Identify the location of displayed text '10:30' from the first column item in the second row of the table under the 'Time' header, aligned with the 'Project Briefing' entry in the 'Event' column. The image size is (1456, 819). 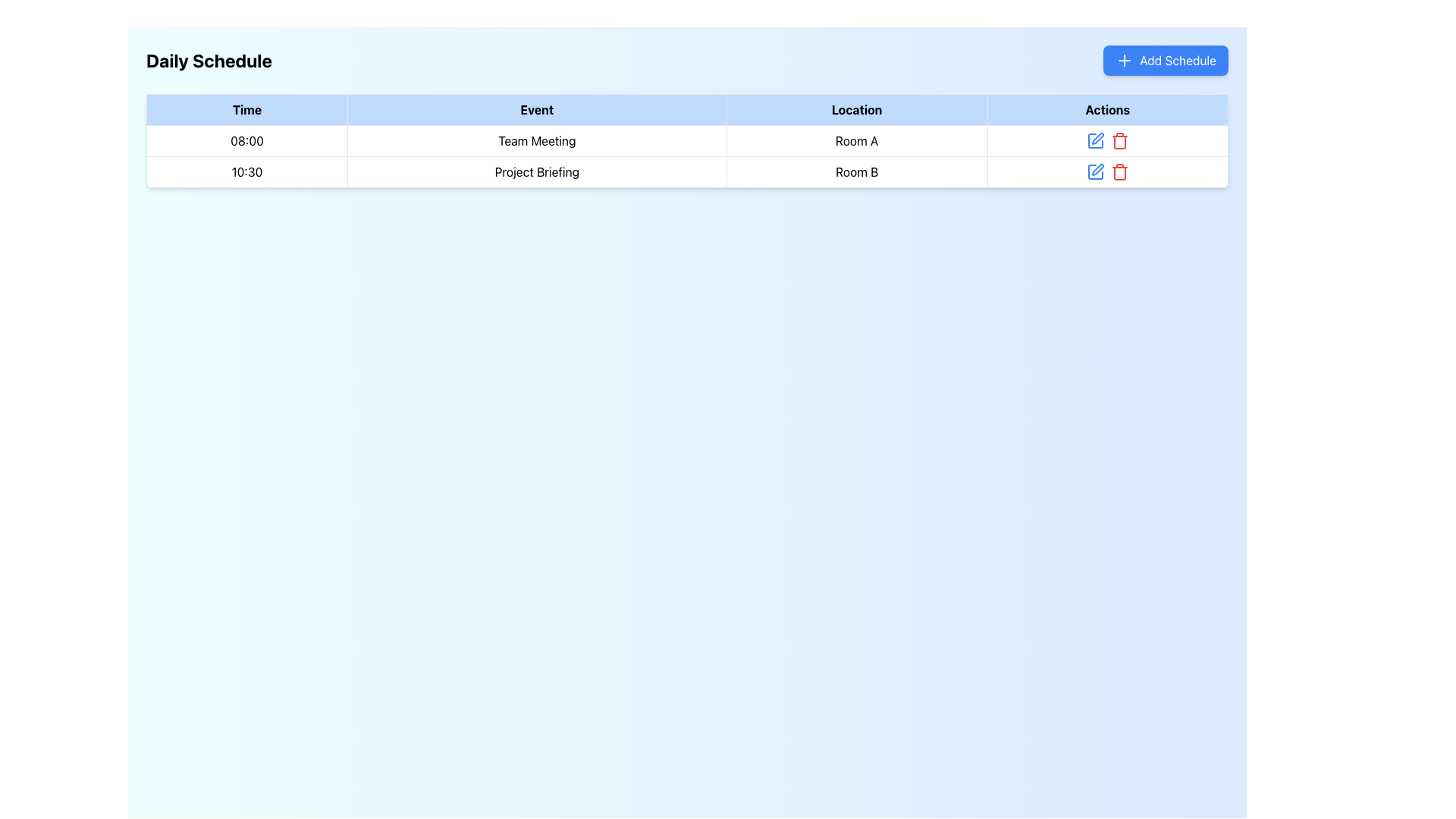
(247, 171).